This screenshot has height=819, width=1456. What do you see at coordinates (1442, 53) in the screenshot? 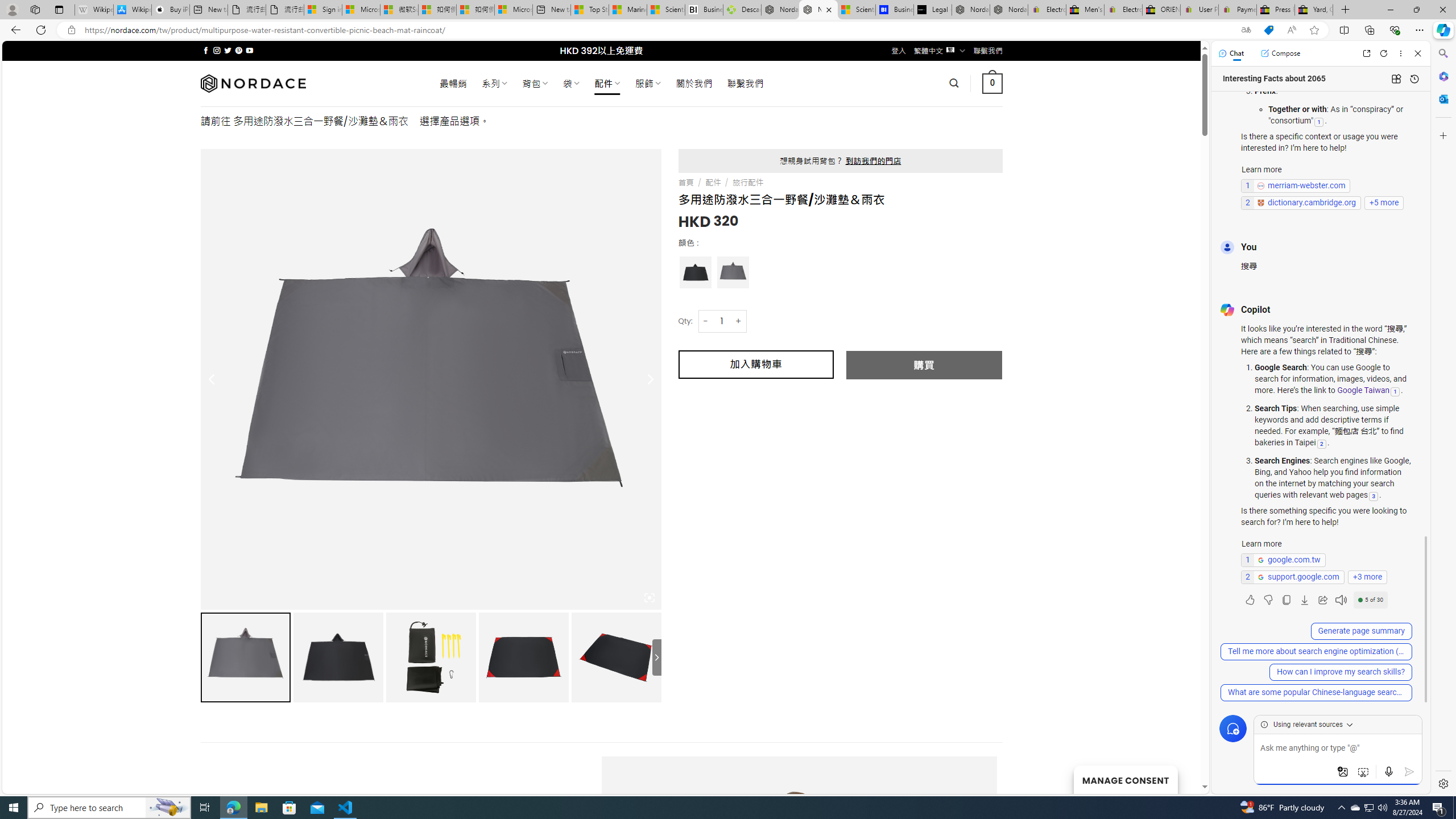
I see `'Minimize Search pane'` at bounding box center [1442, 53].